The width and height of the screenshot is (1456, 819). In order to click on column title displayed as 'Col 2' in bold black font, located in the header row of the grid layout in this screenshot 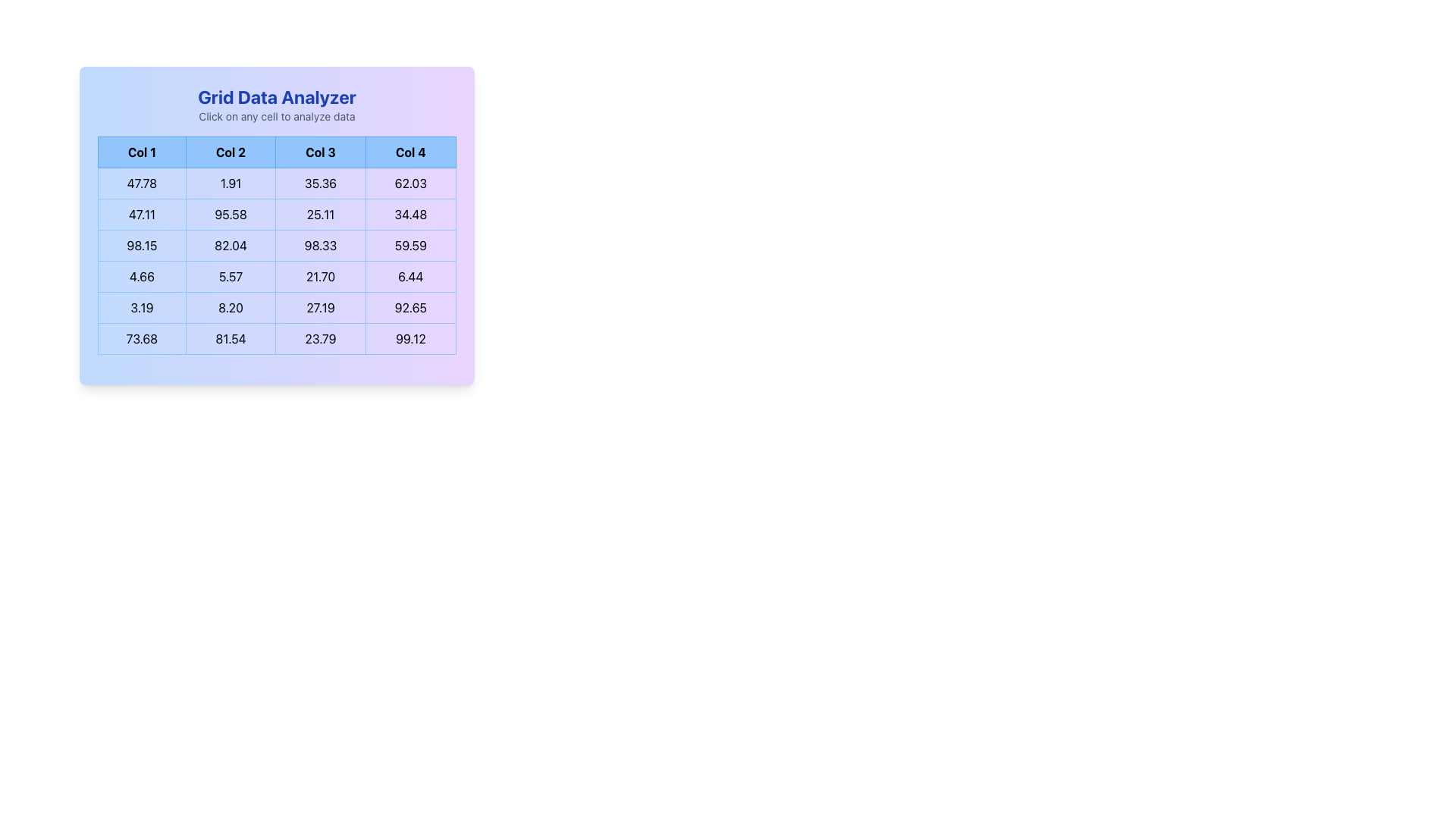, I will do `click(230, 152)`.